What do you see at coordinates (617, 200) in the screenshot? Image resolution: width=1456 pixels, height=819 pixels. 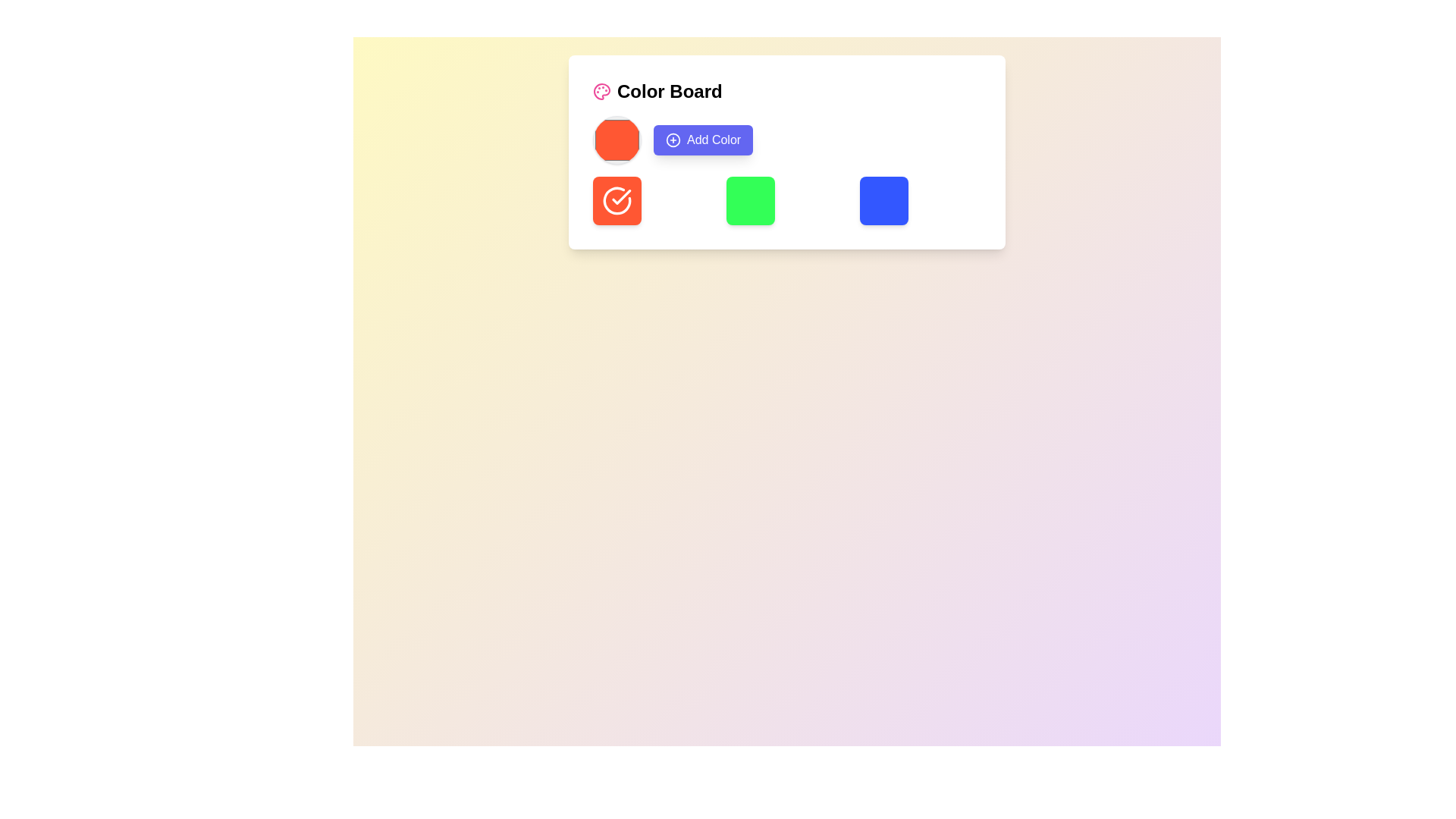 I see `the circular icon with a checkmark on an orange square background` at bounding box center [617, 200].